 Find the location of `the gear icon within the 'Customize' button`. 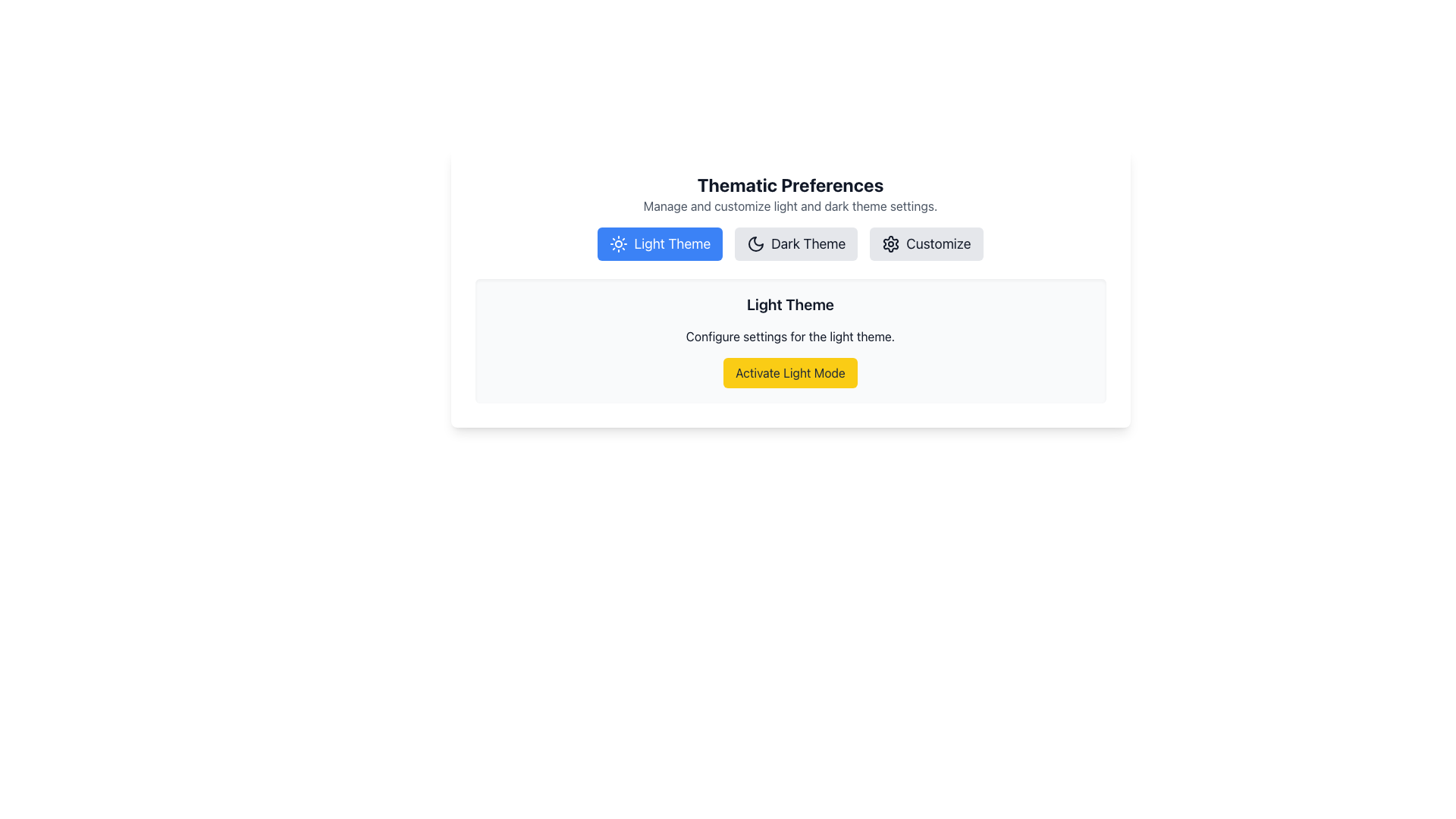

the gear icon within the 'Customize' button is located at coordinates (891, 243).